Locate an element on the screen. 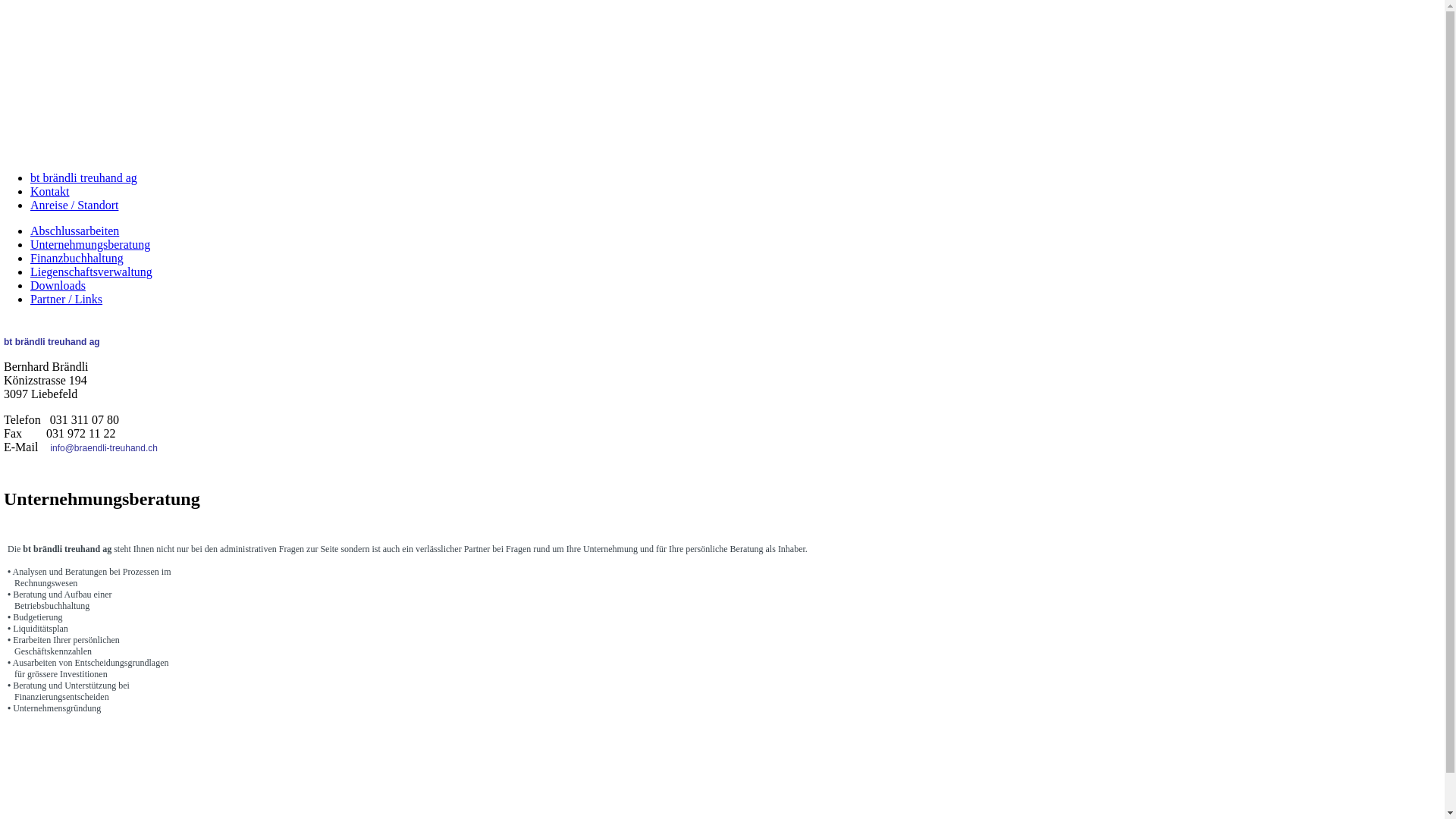 The width and height of the screenshot is (1456, 819). 'Partner / Links' is located at coordinates (30, 299).